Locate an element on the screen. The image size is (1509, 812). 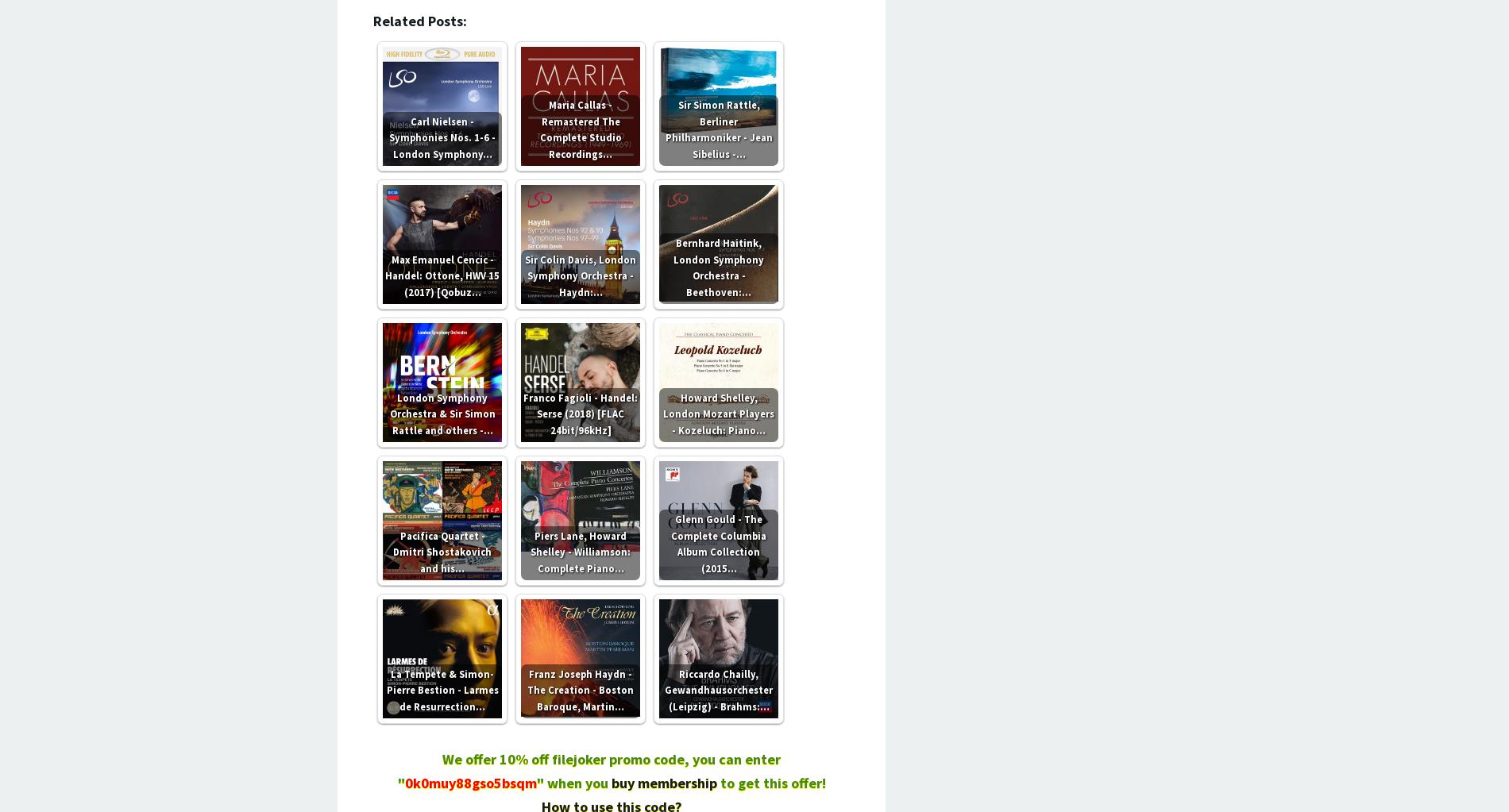
'Sir Colin Davis, London Symphony Orchestra - Haydn:…' is located at coordinates (525, 275).